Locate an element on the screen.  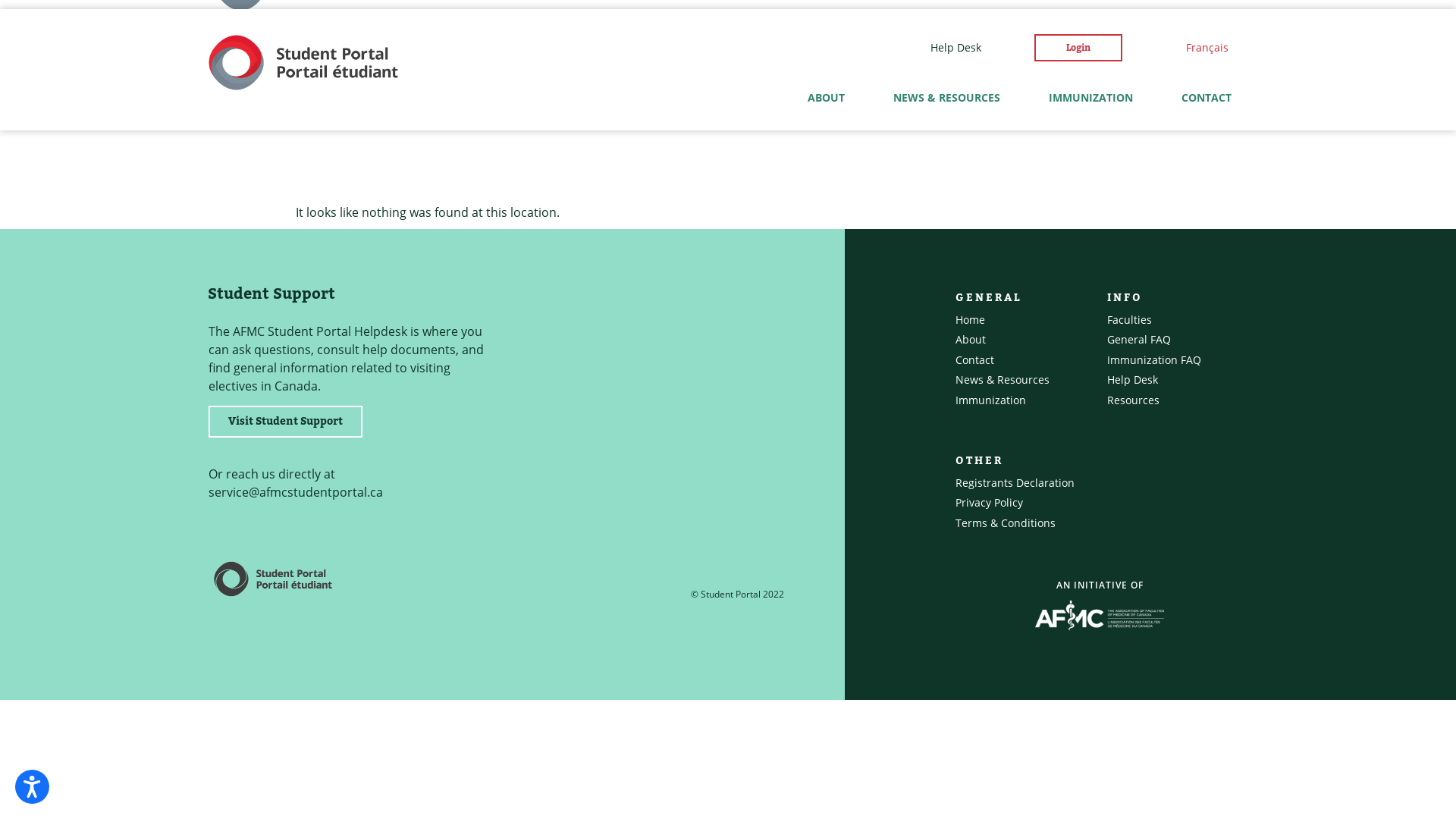
'ABOUT' is located at coordinates (783, 97).